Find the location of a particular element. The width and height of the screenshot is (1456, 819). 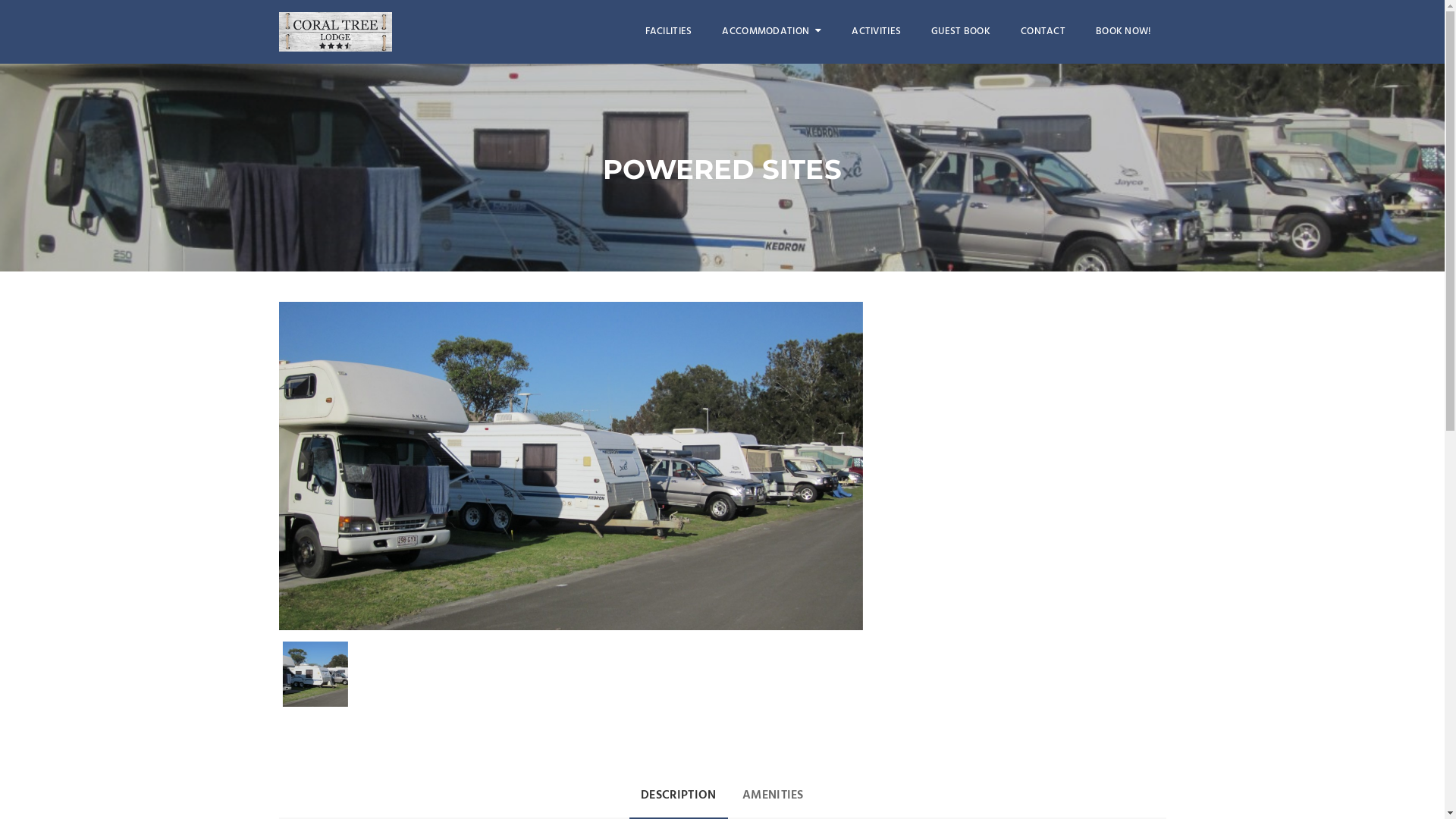

'FACILITIES' is located at coordinates (668, 32).